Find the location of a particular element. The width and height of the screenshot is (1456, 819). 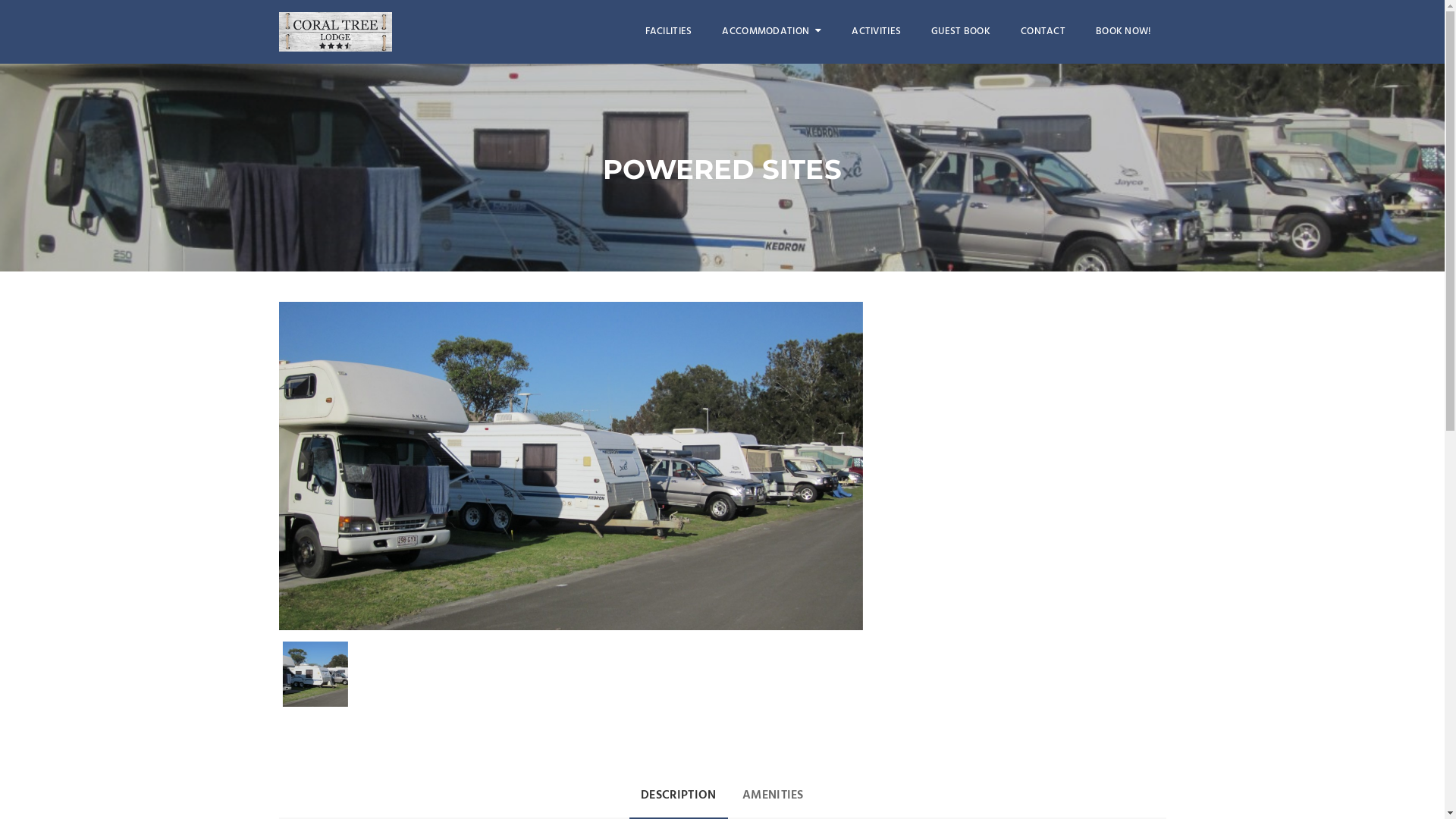

'FACILITIES' is located at coordinates (668, 32).